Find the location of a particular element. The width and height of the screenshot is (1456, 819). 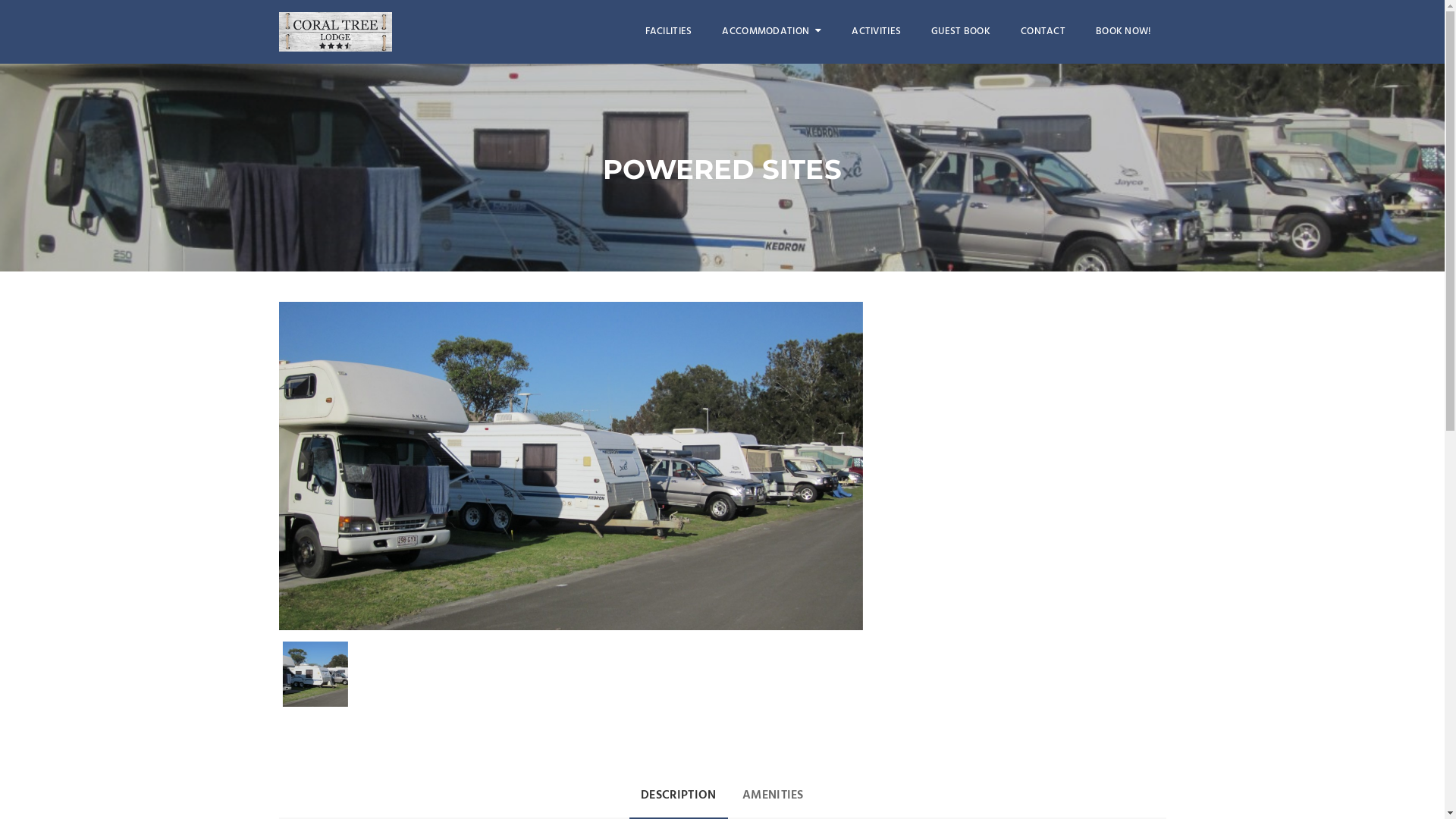

'FACILITIES' is located at coordinates (668, 32).